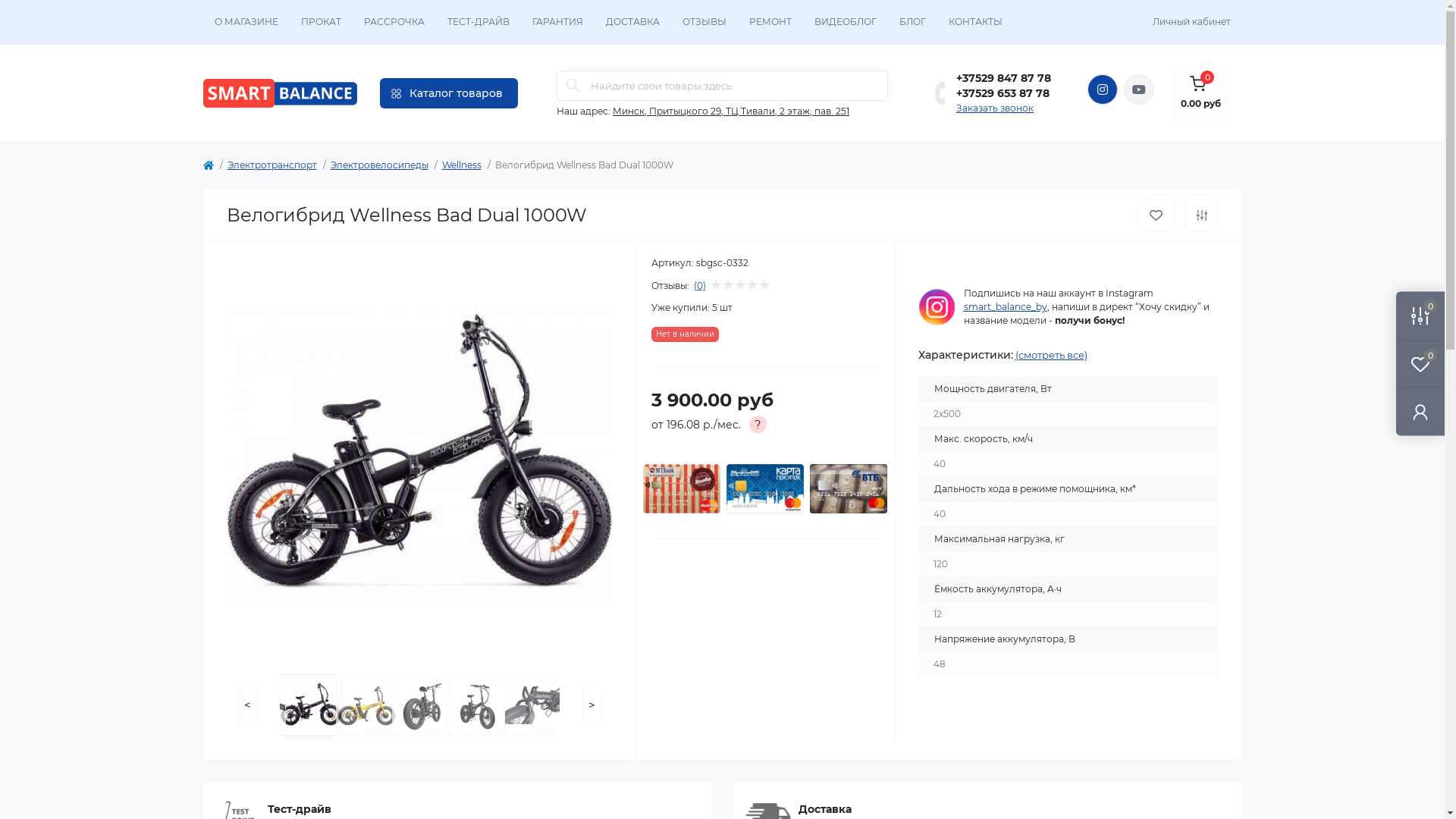  I want to click on '(0)', so click(698, 286).